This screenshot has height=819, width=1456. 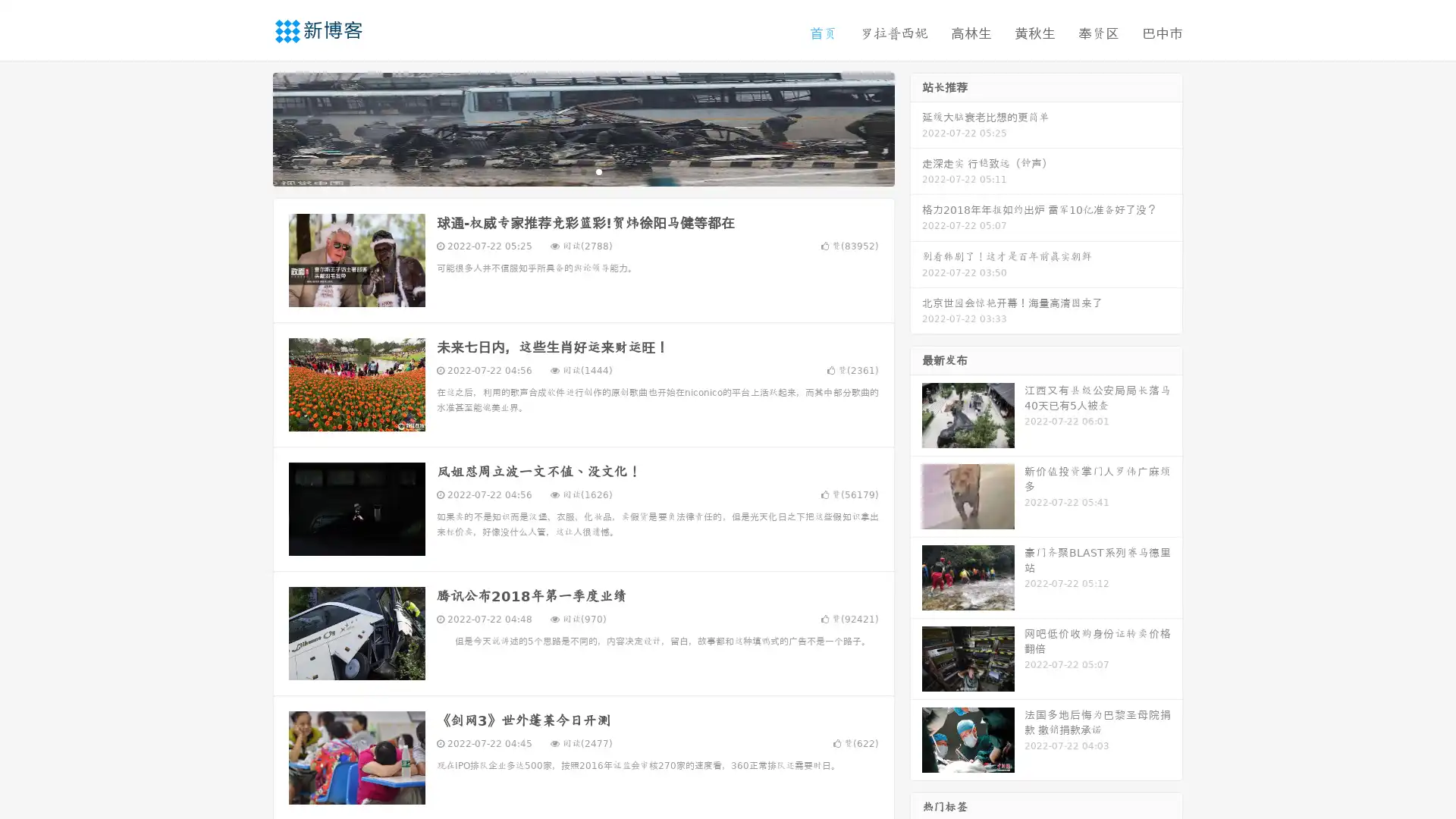 I want to click on Go to slide 3, so click(x=598, y=171).